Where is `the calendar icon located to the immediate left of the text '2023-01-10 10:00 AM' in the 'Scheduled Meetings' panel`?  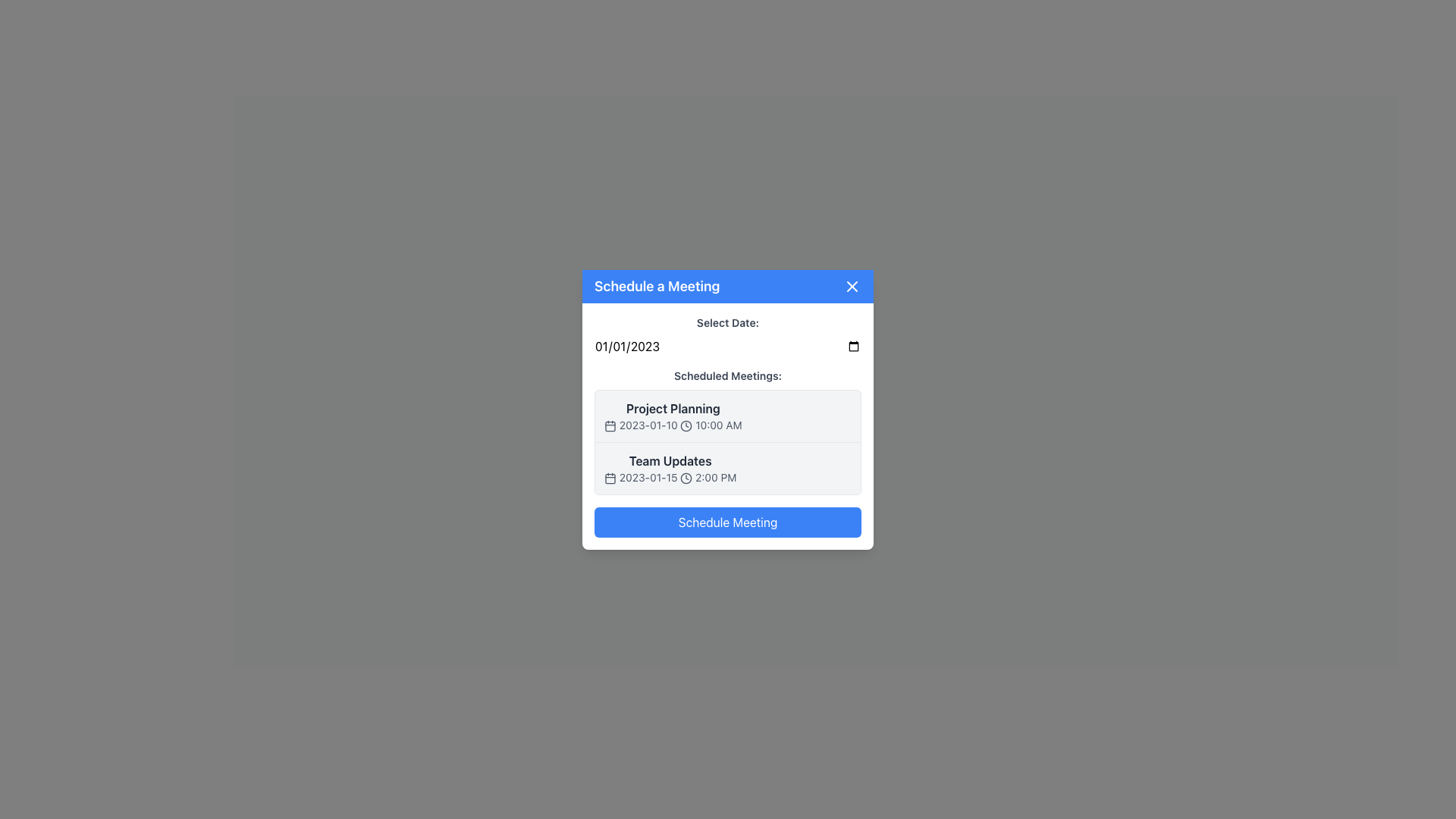 the calendar icon located to the immediate left of the text '2023-01-10 10:00 AM' in the 'Scheduled Meetings' panel is located at coordinates (610, 425).